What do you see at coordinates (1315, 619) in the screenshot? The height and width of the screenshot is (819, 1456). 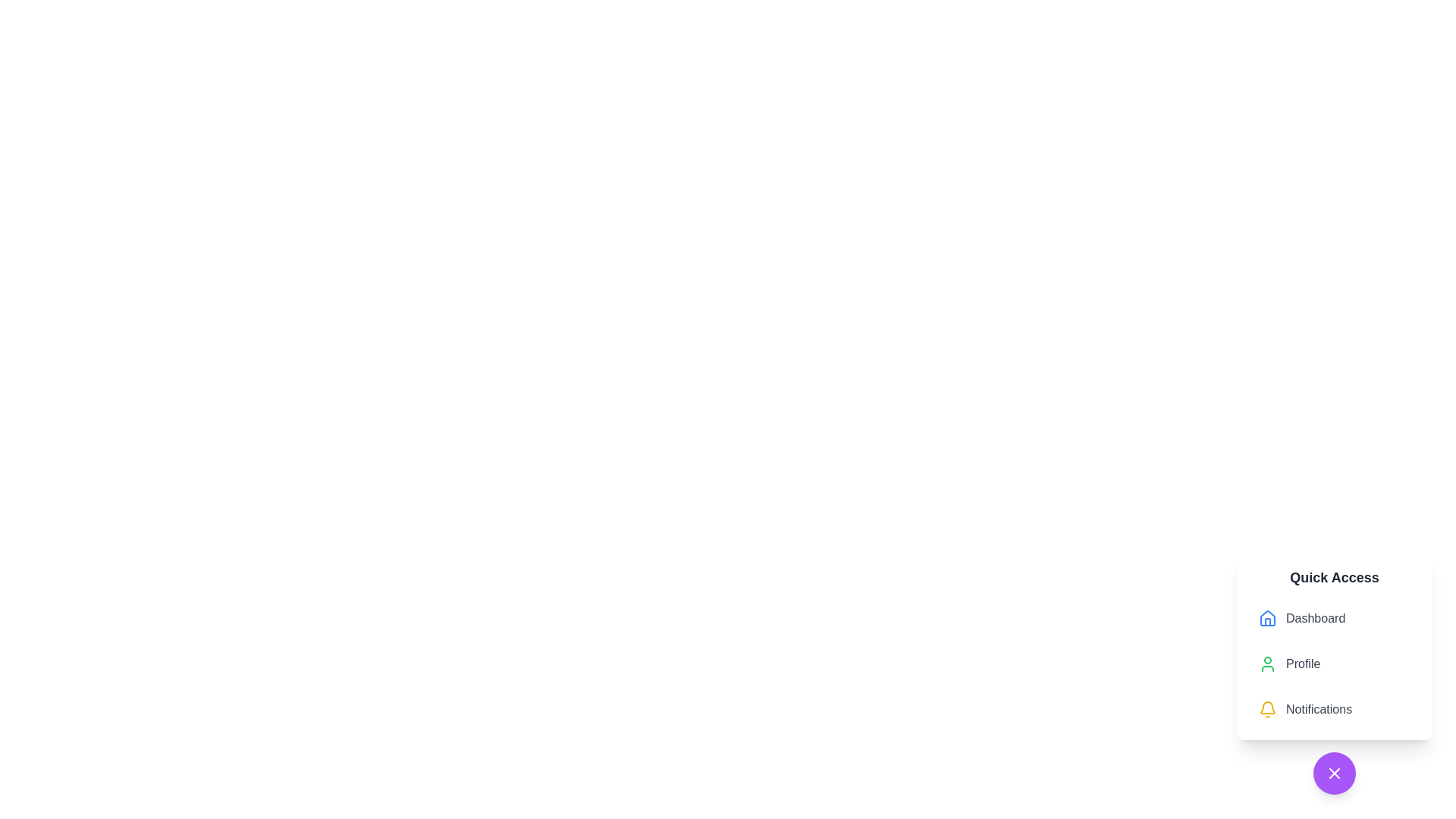 I see `text label 'Dashboard' that is styled with a gray font and is located within the vertical menu under 'Quick Access', positioned to the right of a blue house-shaped icon` at bounding box center [1315, 619].